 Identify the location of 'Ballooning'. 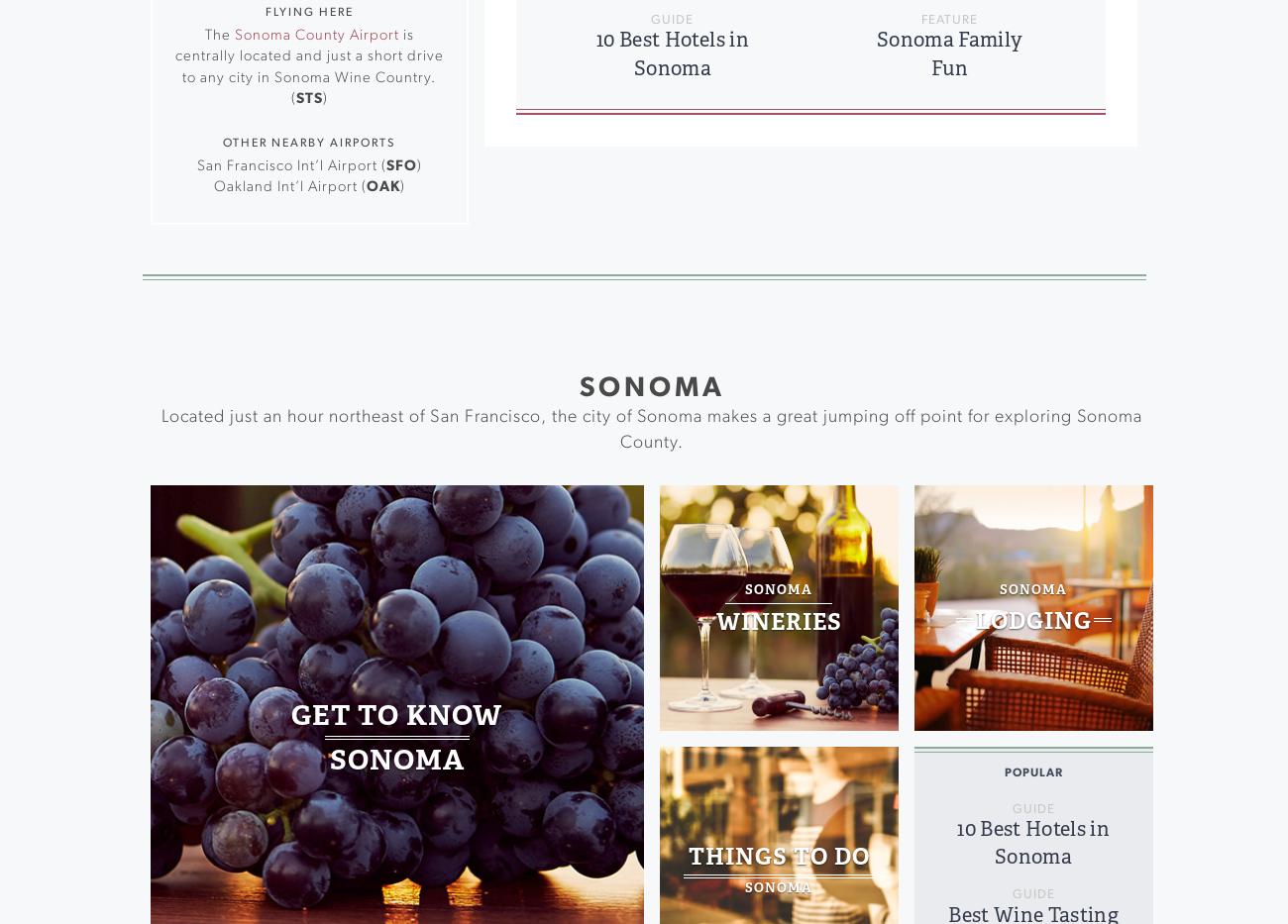
(366, 99).